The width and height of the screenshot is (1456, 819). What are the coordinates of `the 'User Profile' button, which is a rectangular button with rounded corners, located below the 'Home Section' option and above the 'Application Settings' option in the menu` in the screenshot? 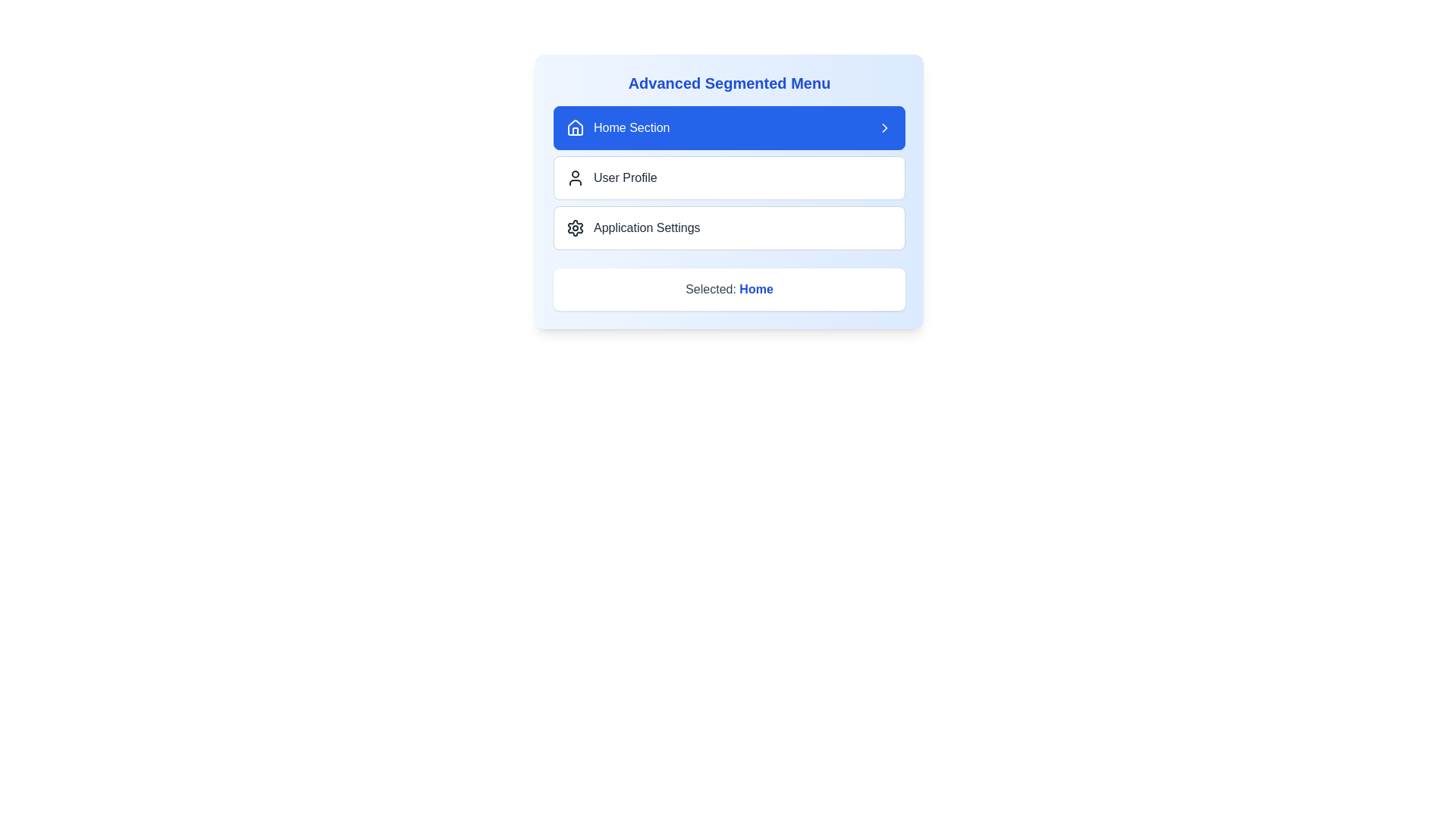 It's located at (729, 177).